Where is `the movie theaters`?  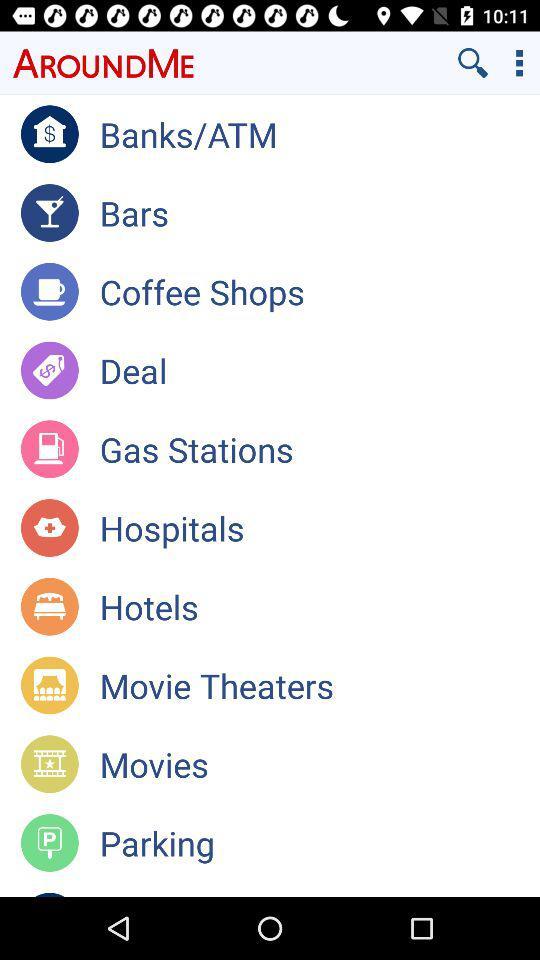 the movie theaters is located at coordinates (319, 685).